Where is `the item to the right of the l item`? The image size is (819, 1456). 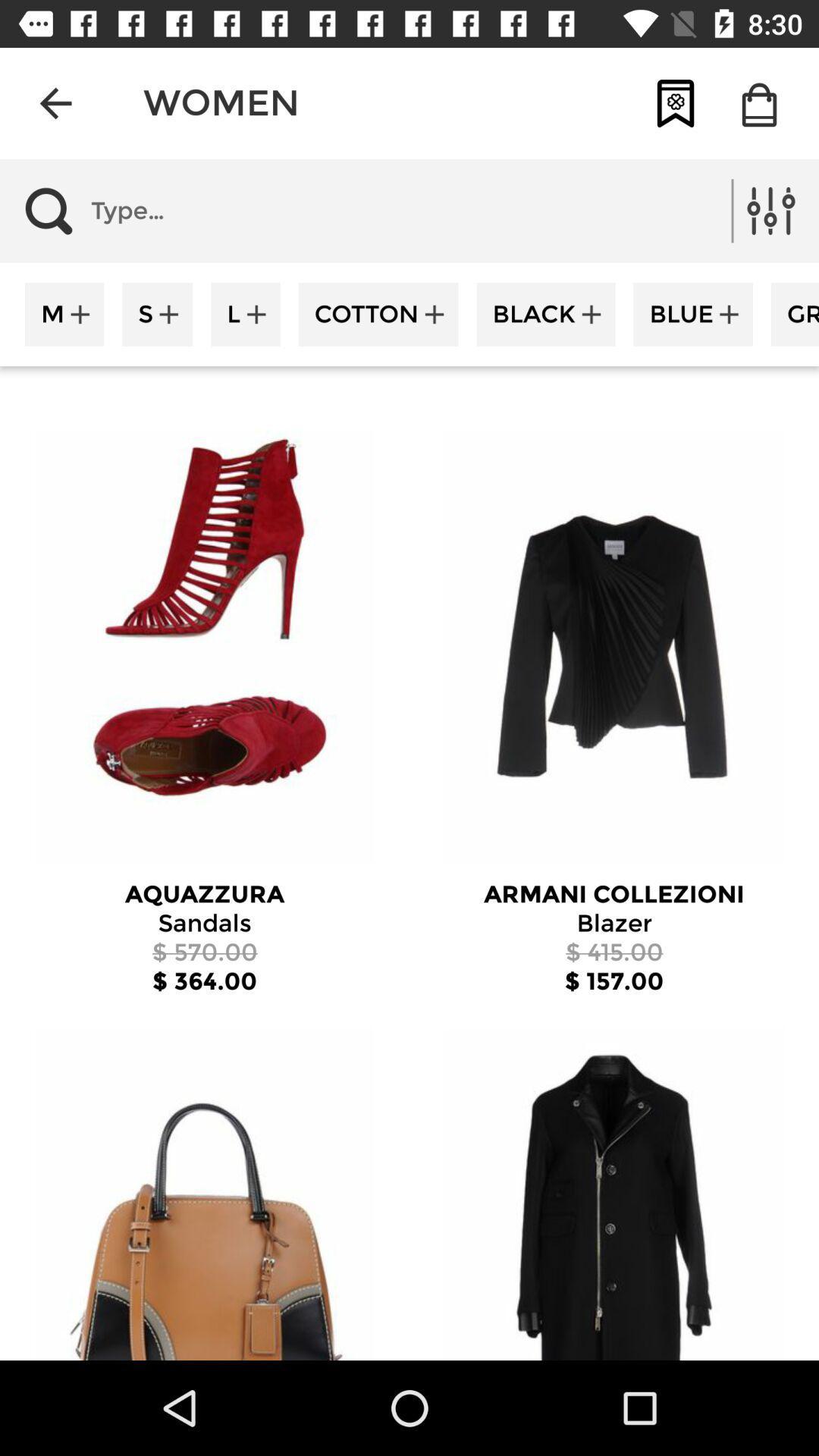
the item to the right of the l item is located at coordinates (378, 313).